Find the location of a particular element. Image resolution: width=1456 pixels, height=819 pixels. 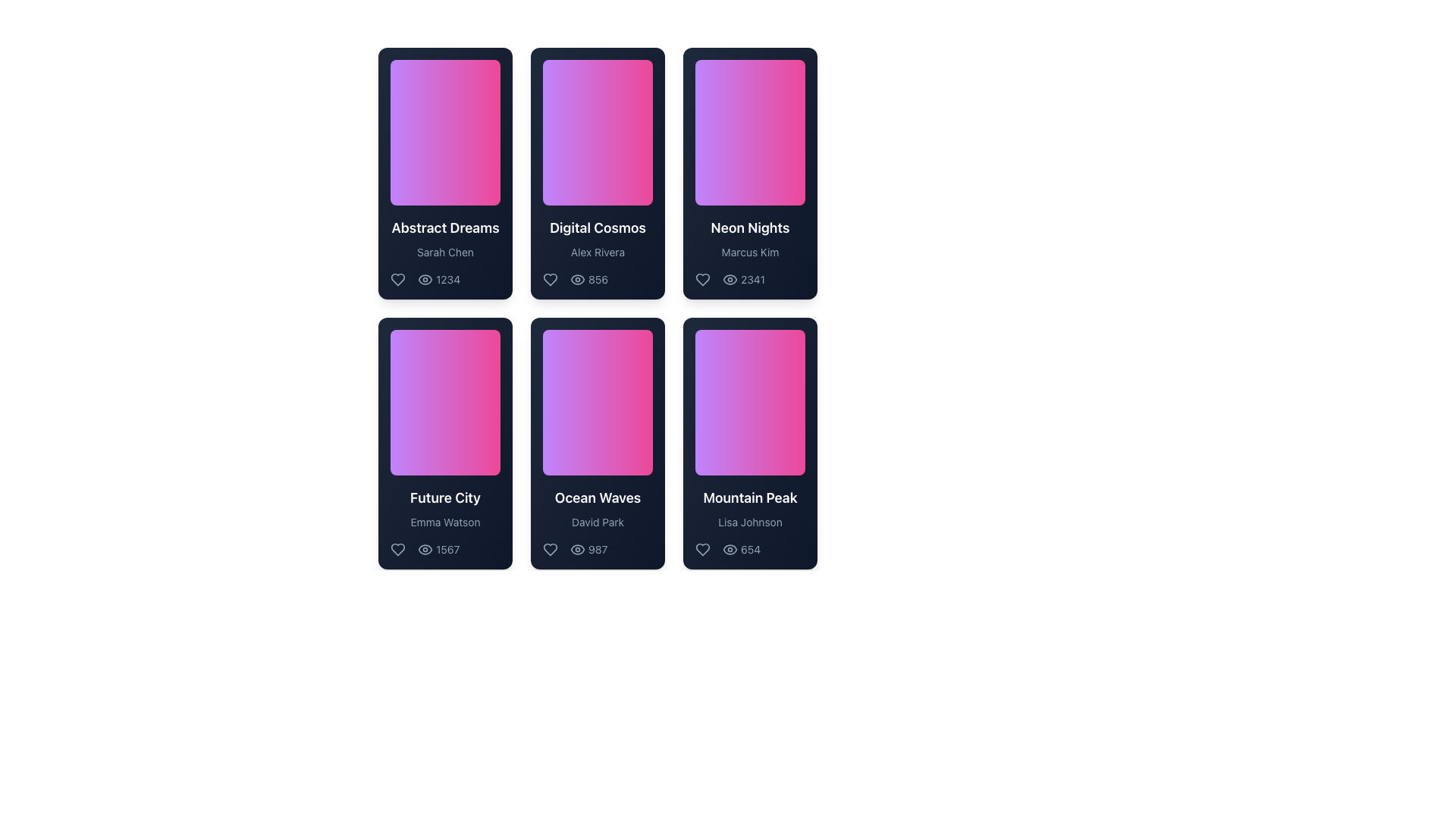

the static text element displaying the number of views or engagements associated with the 'Digital Cosmos' card, located in the second column of the top row, to the right of an eye icon is located at coordinates (574, 280).